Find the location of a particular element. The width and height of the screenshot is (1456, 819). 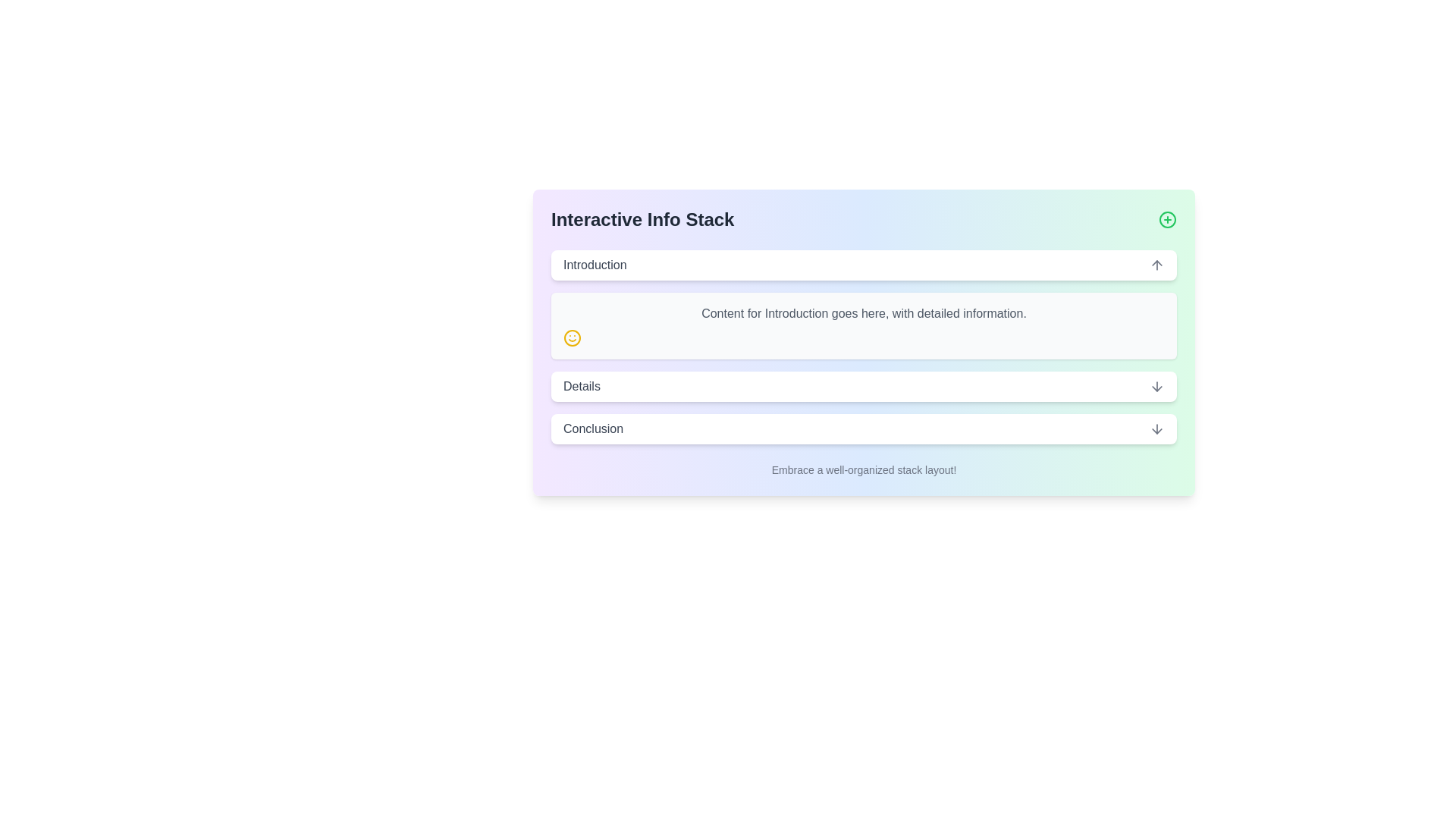

the upward-pointing arrow icon located to the right of the 'Introduction' text is located at coordinates (1156, 265).